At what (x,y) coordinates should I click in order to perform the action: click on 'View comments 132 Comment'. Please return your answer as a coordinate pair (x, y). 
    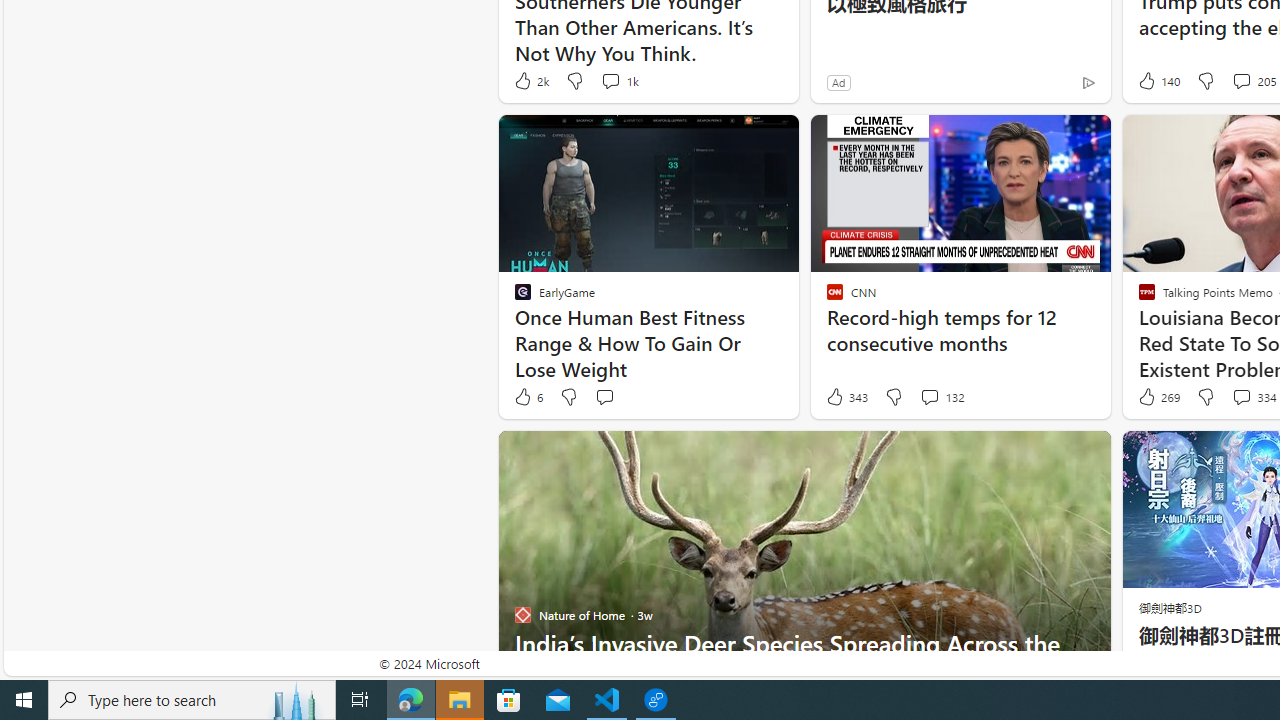
    Looking at the image, I should click on (941, 397).